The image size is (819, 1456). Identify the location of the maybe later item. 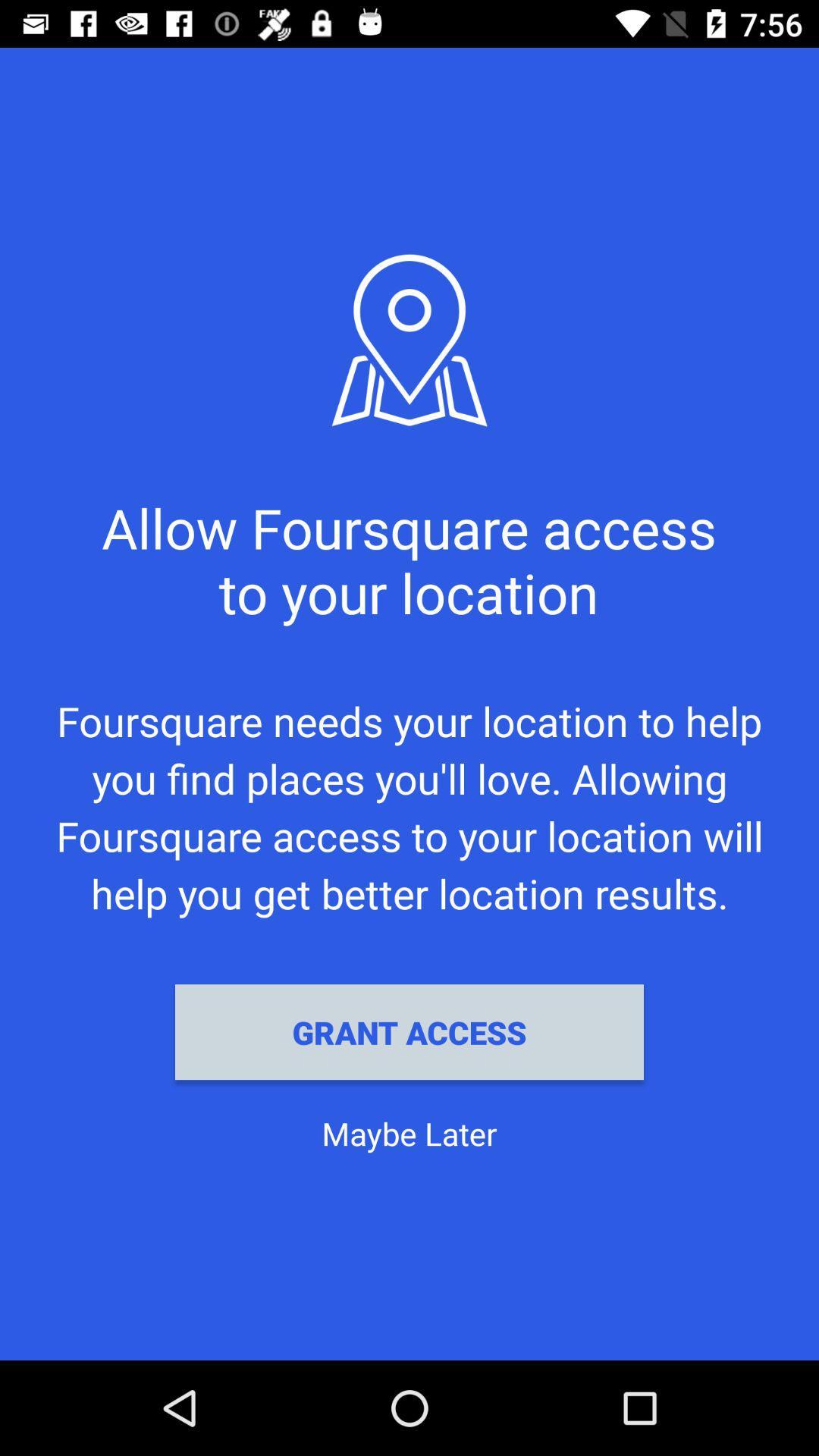
(409, 1133).